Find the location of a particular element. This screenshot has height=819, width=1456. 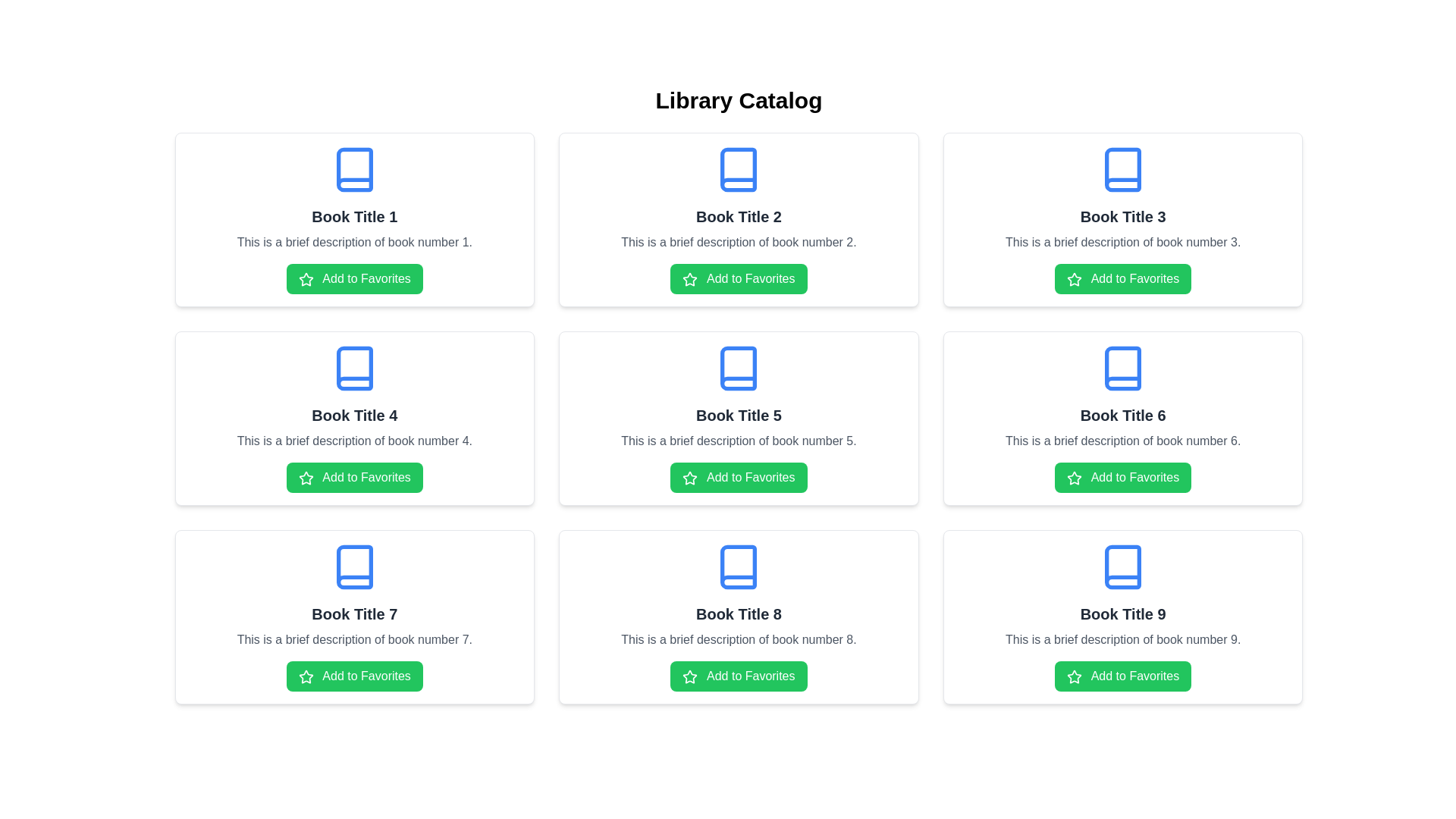

the green button labeled 'Add to Favorites' with a white star icon, located within the card for 'Book Title 2' is located at coordinates (739, 278).